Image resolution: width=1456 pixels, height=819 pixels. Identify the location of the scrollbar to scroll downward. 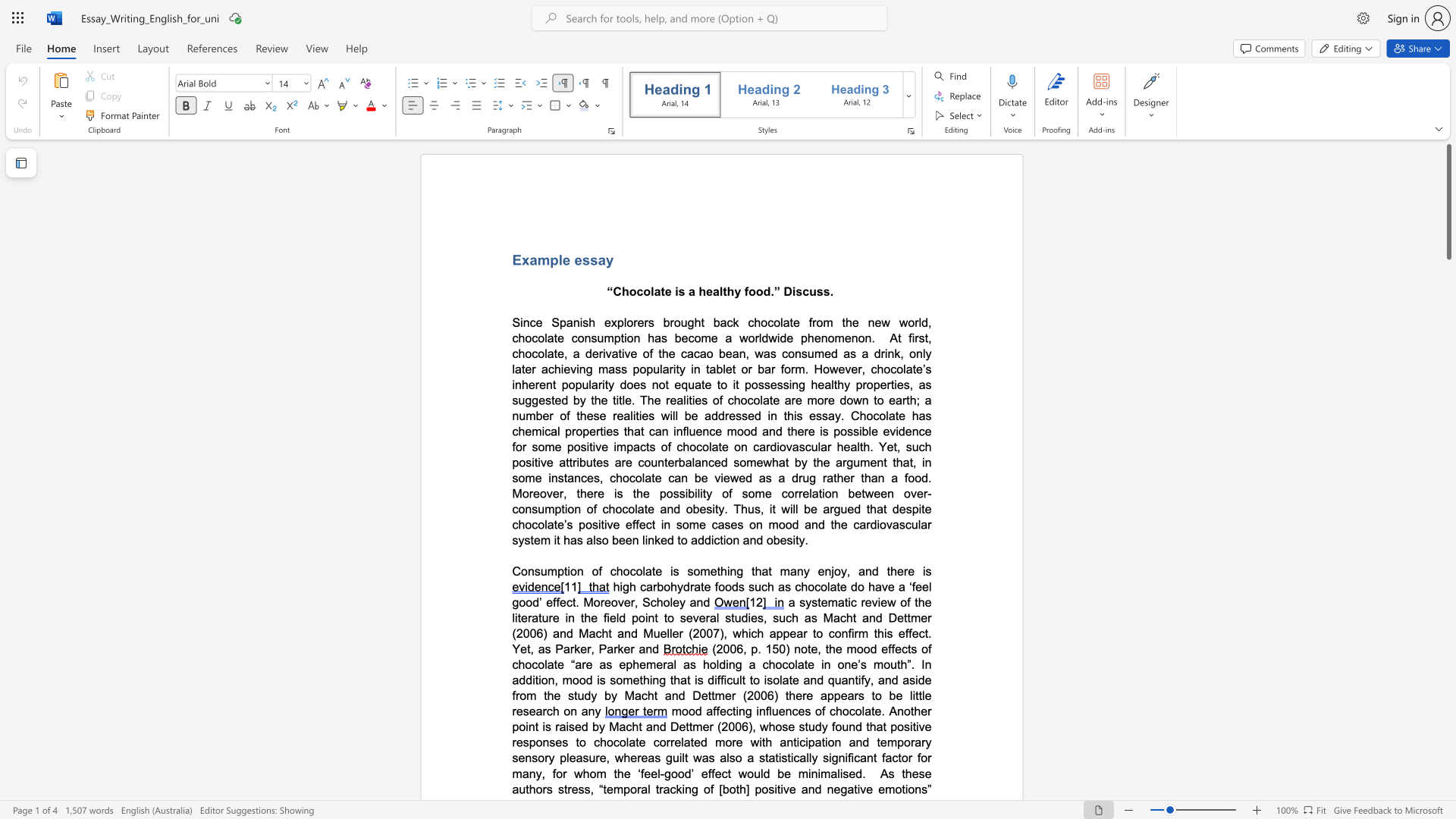
(1448, 341).